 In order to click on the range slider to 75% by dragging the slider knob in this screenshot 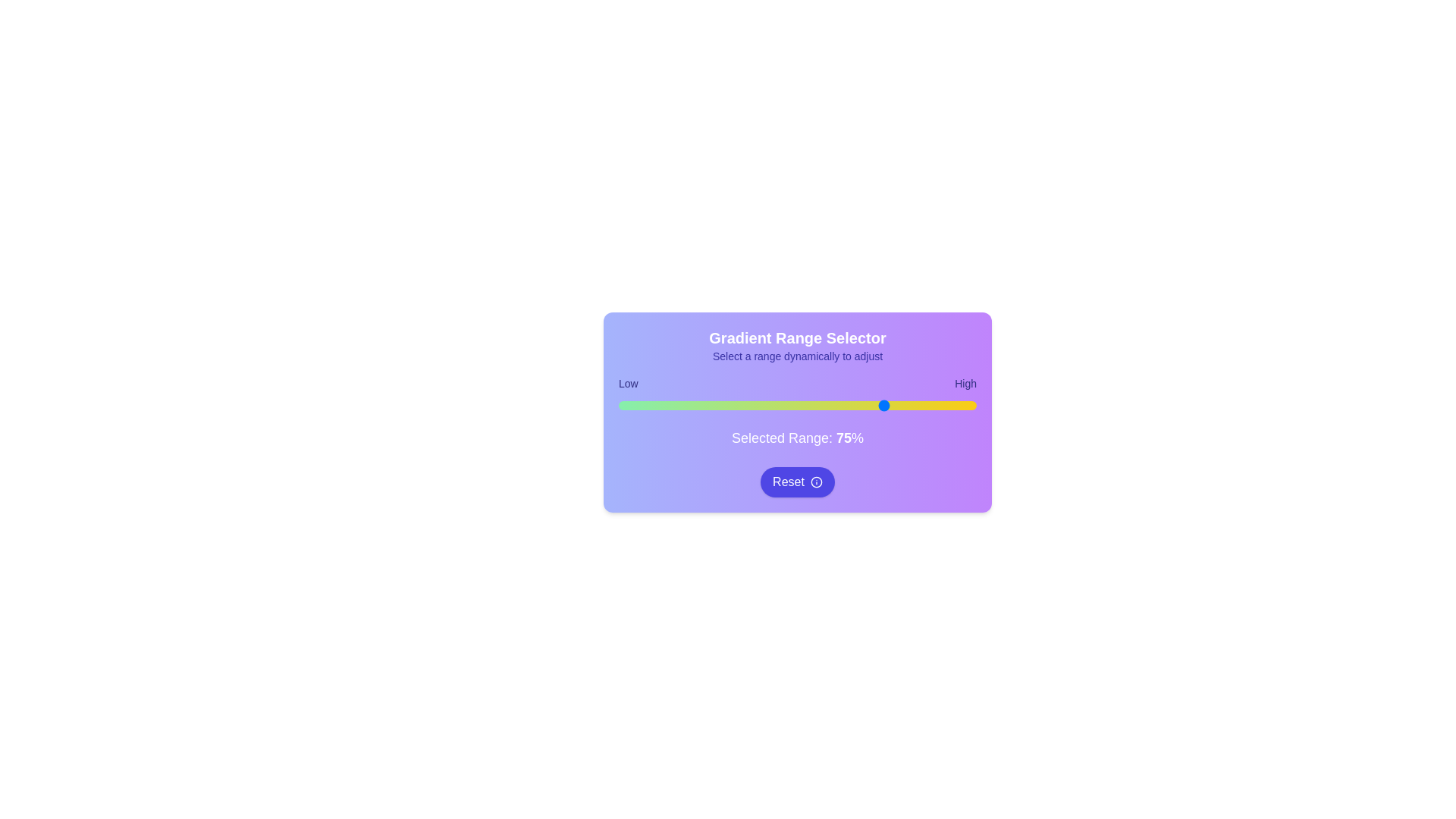, I will do `click(887, 405)`.